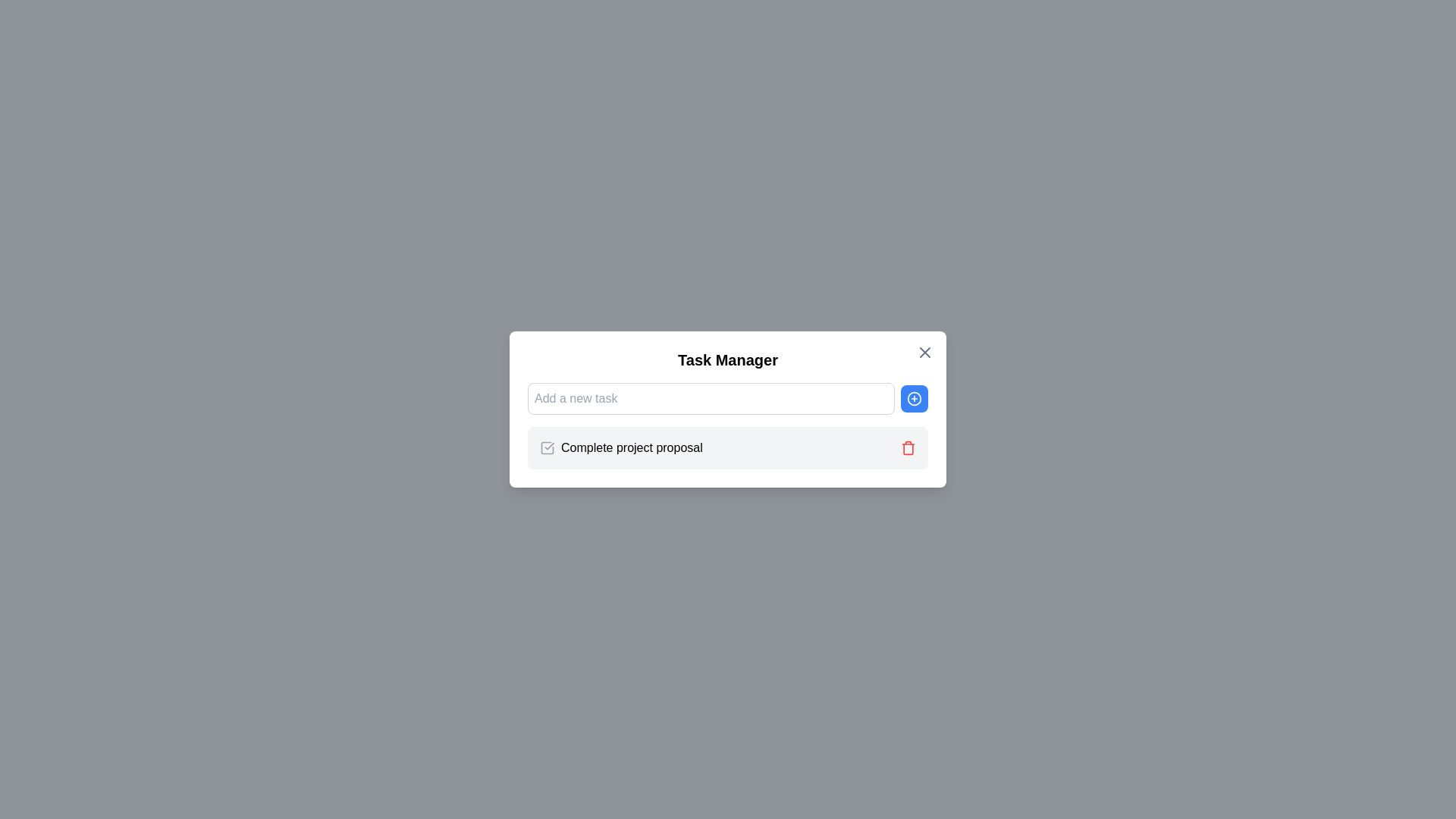 This screenshot has height=819, width=1456. I want to click on the 'Add a new task' button located near the top-right corner of the task addition bar in the 'Task Manager' dialog, so click(913, 397).